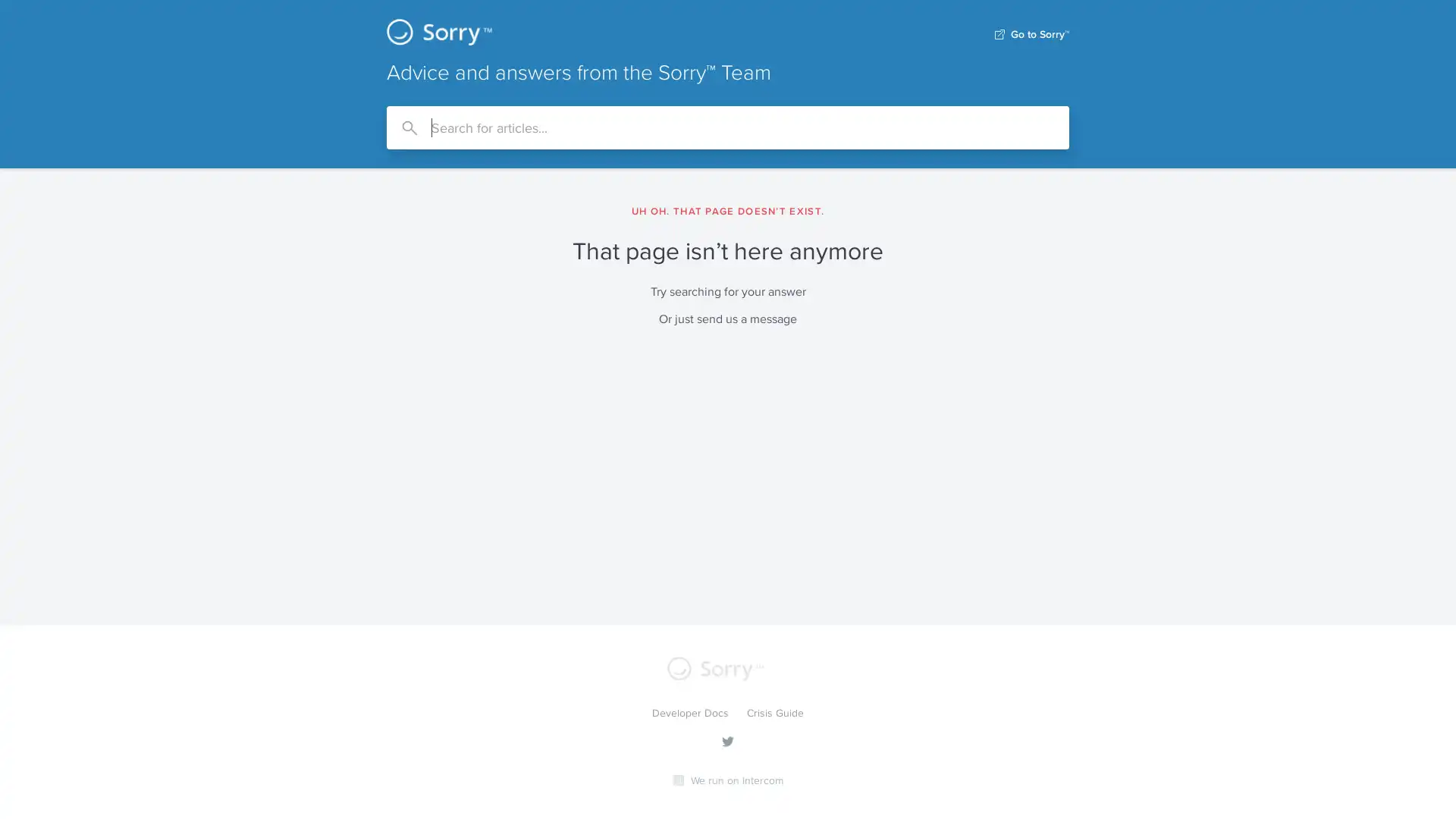  Describe the element at coordinates (1417, 780) in the screenshot. I see `Open Intercom Messenger` at that location.